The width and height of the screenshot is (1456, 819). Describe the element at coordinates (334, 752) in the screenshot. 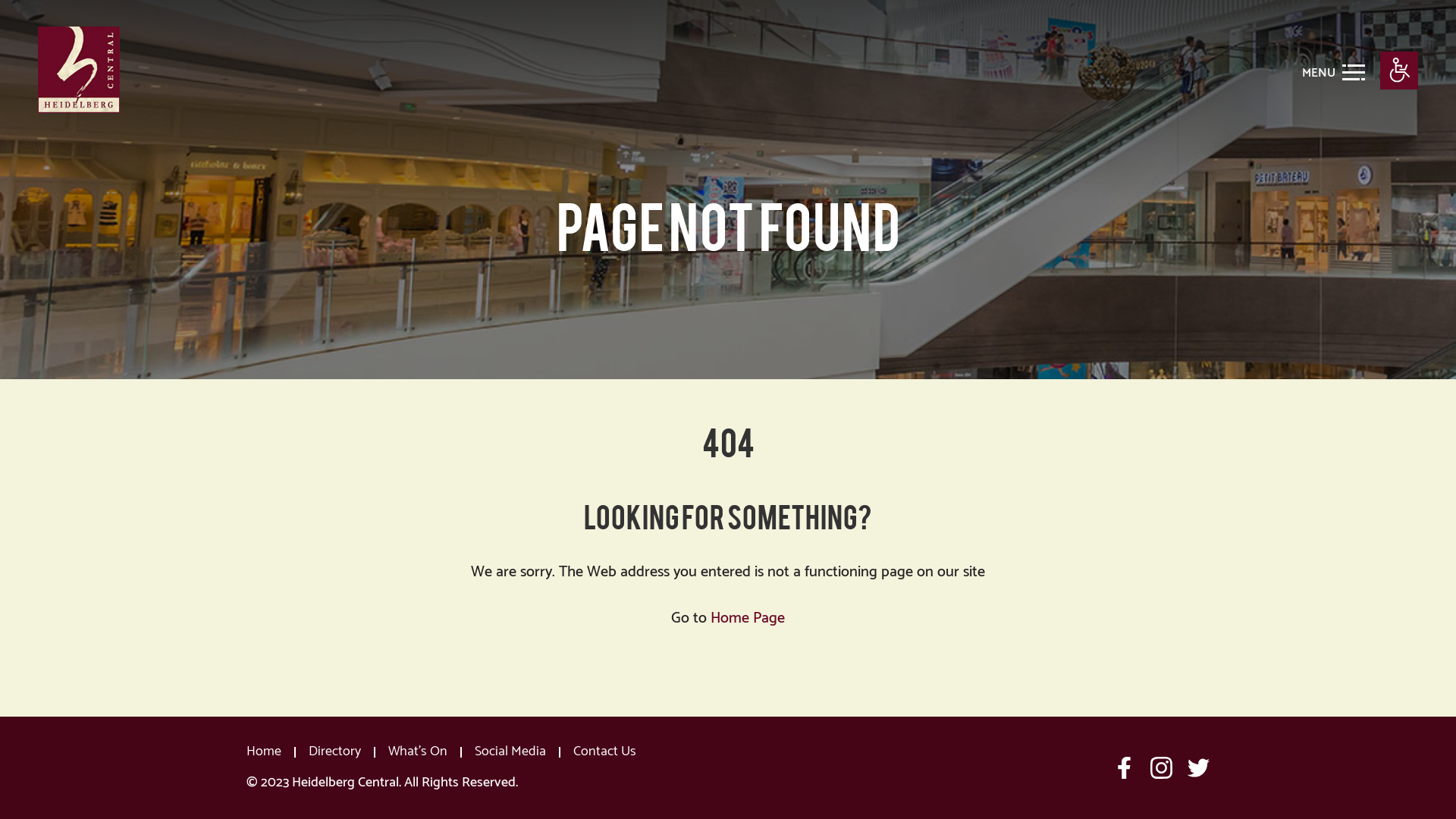

I see `'Directory'` at that location.